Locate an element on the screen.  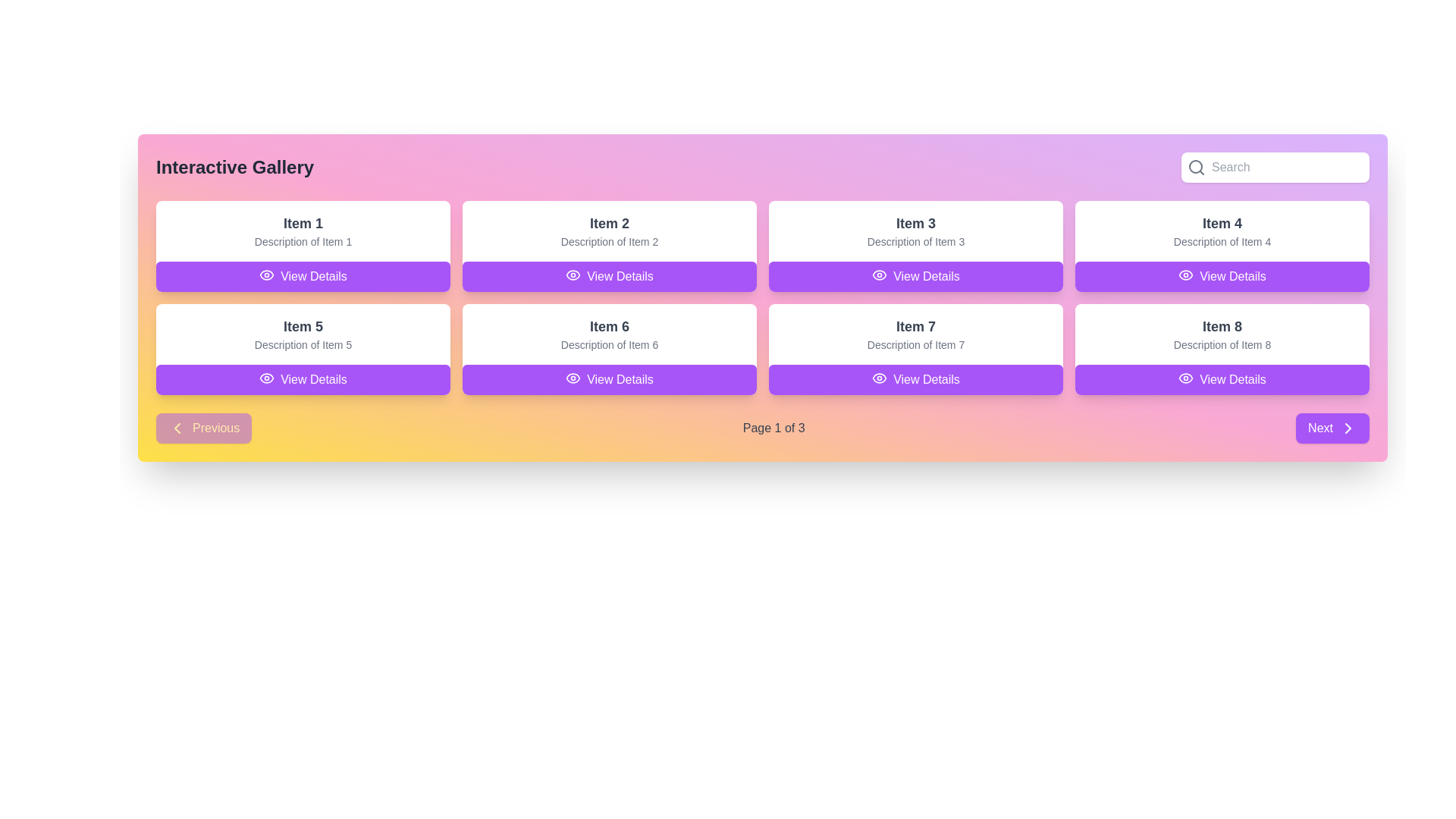
SVG icon resembling an eye that is part of the 'View Details' button for 'Item 4' in the gallery grid, located in the second row and fourth column, by using developer tools is located at coordinates (1185, 275).